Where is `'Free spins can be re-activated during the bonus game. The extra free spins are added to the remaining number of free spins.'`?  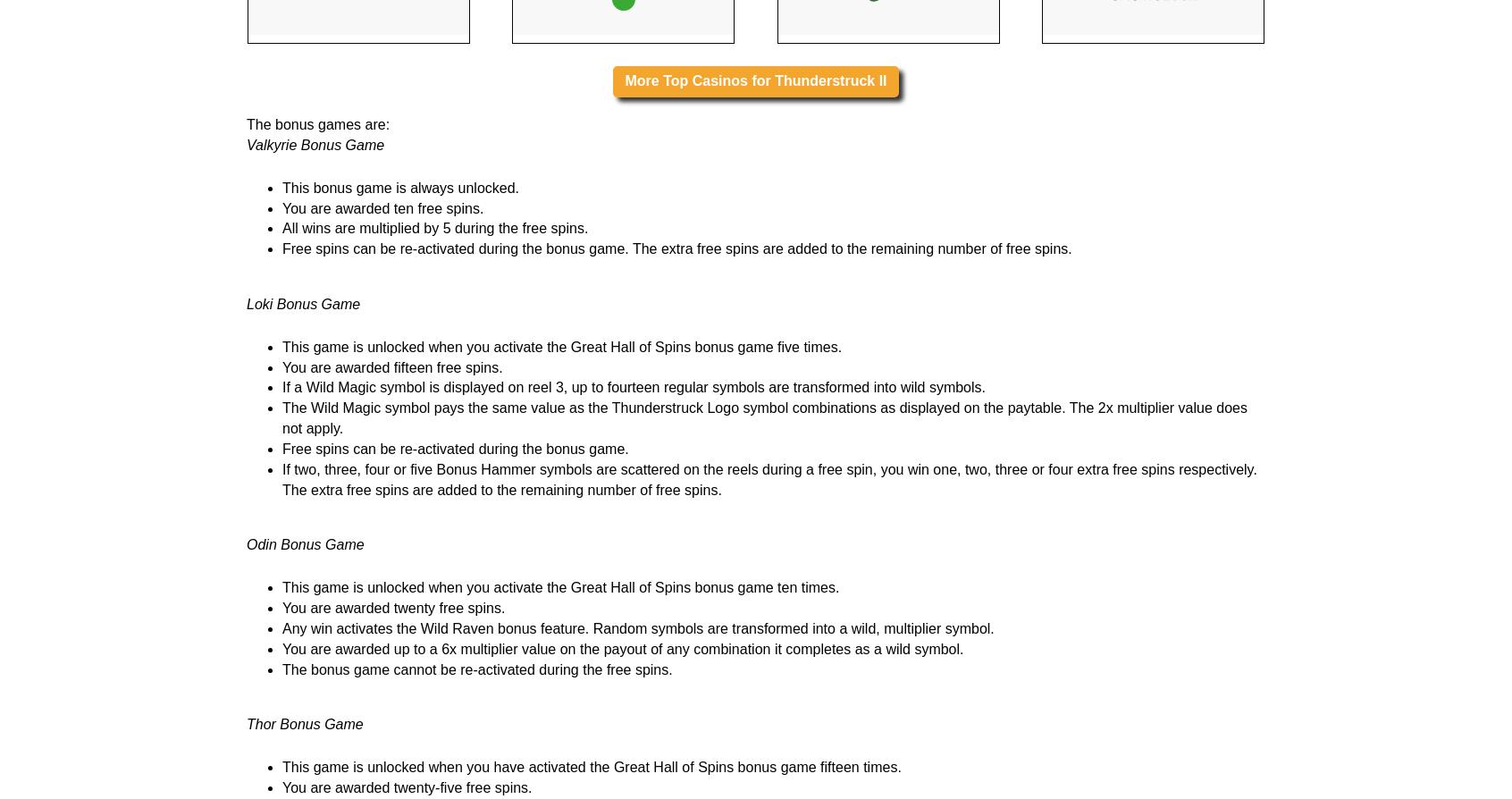 'Free spins can be re-activated during the bonus game. The extra free spins are added to the remaining number of free spins.' is located at coordinates (676, 473).